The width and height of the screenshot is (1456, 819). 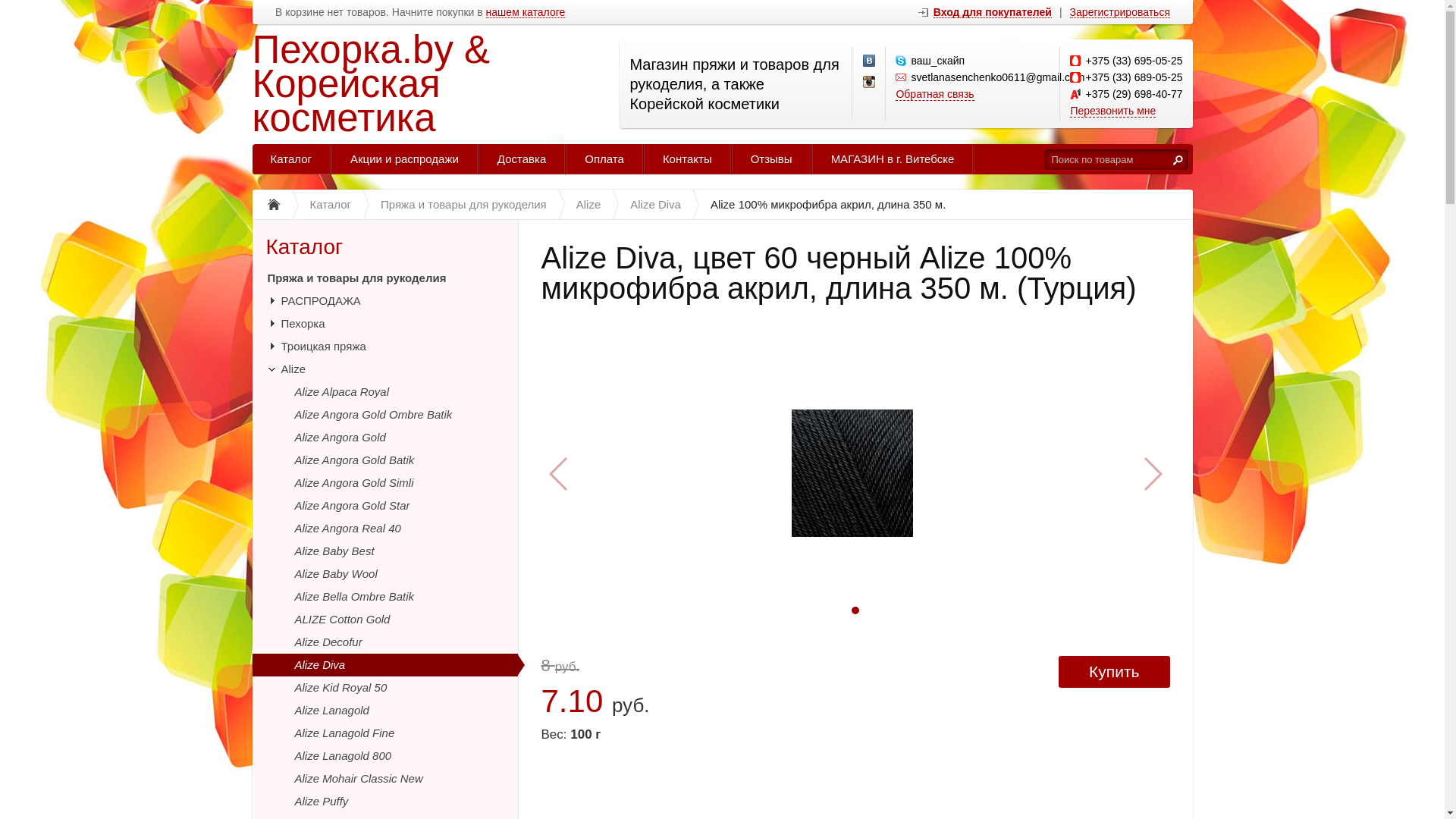 What do you see at coordinates (384, 391) in the screenshot?
I see `'Alize Alpaca Royal'` at bounding box center [384, 391].